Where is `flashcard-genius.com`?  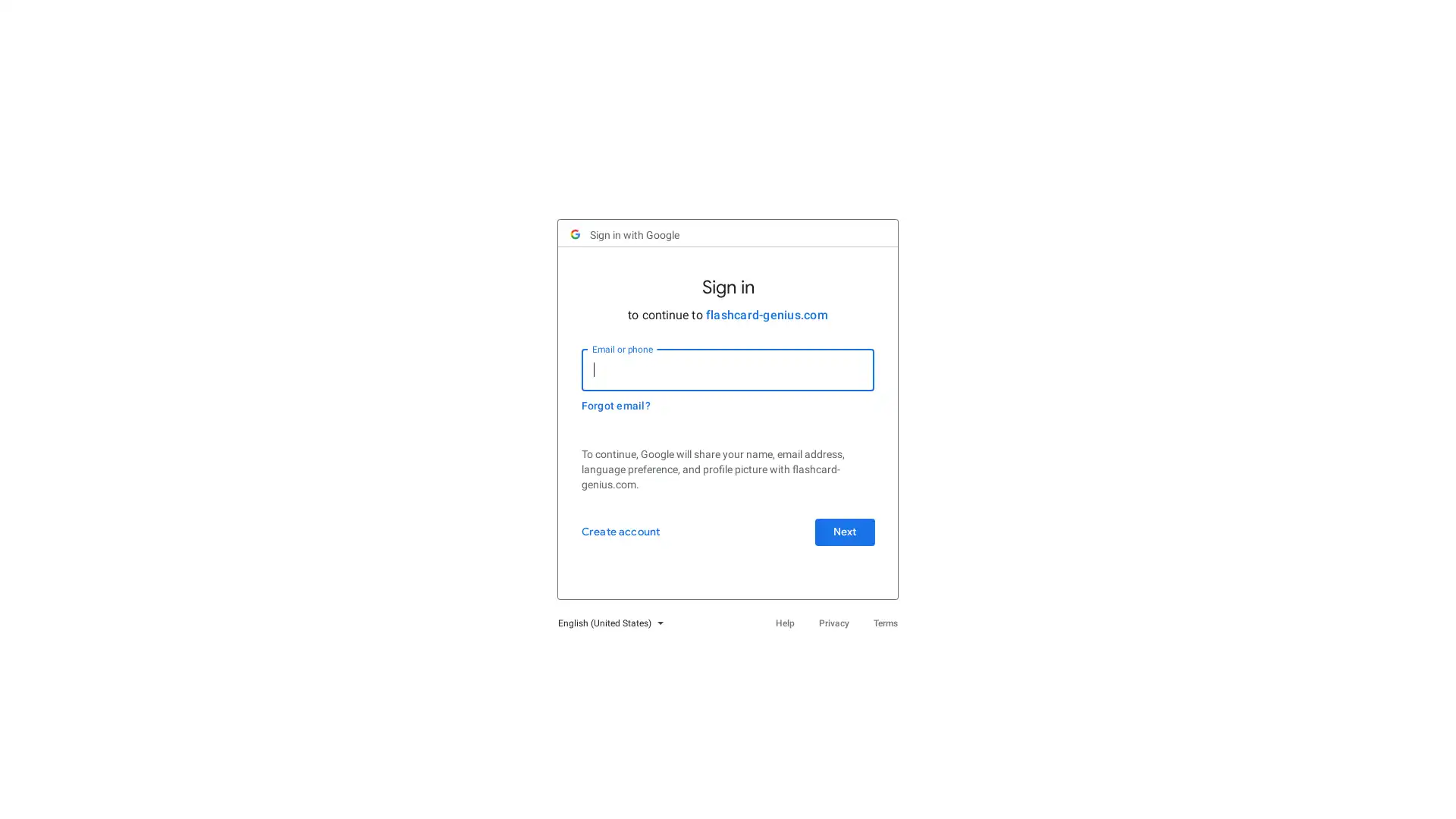 flashcard-genius.com is located at coordinates (766, 322).